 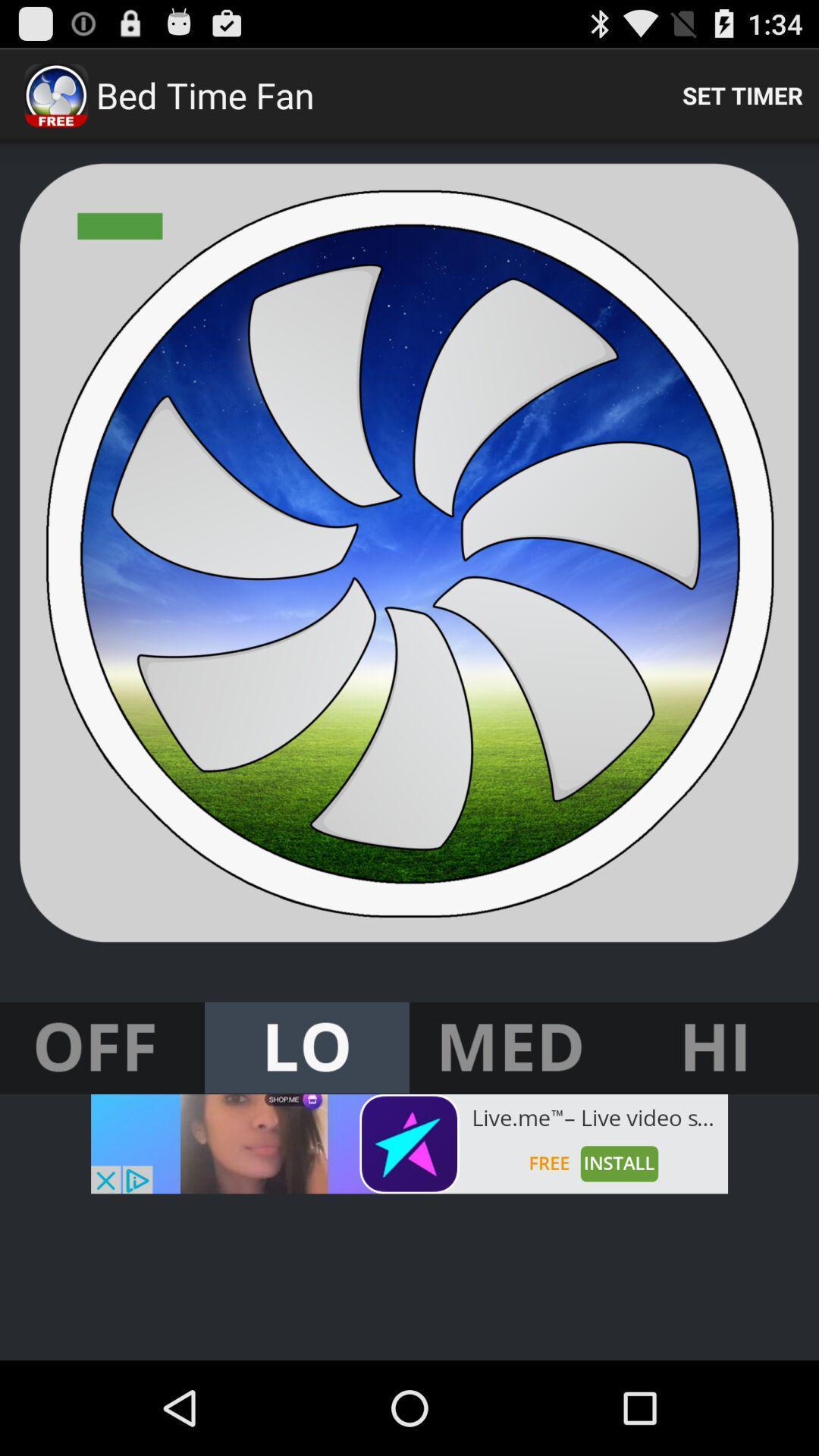 I want to click on turn fan off, so click(x=102, y=1047).